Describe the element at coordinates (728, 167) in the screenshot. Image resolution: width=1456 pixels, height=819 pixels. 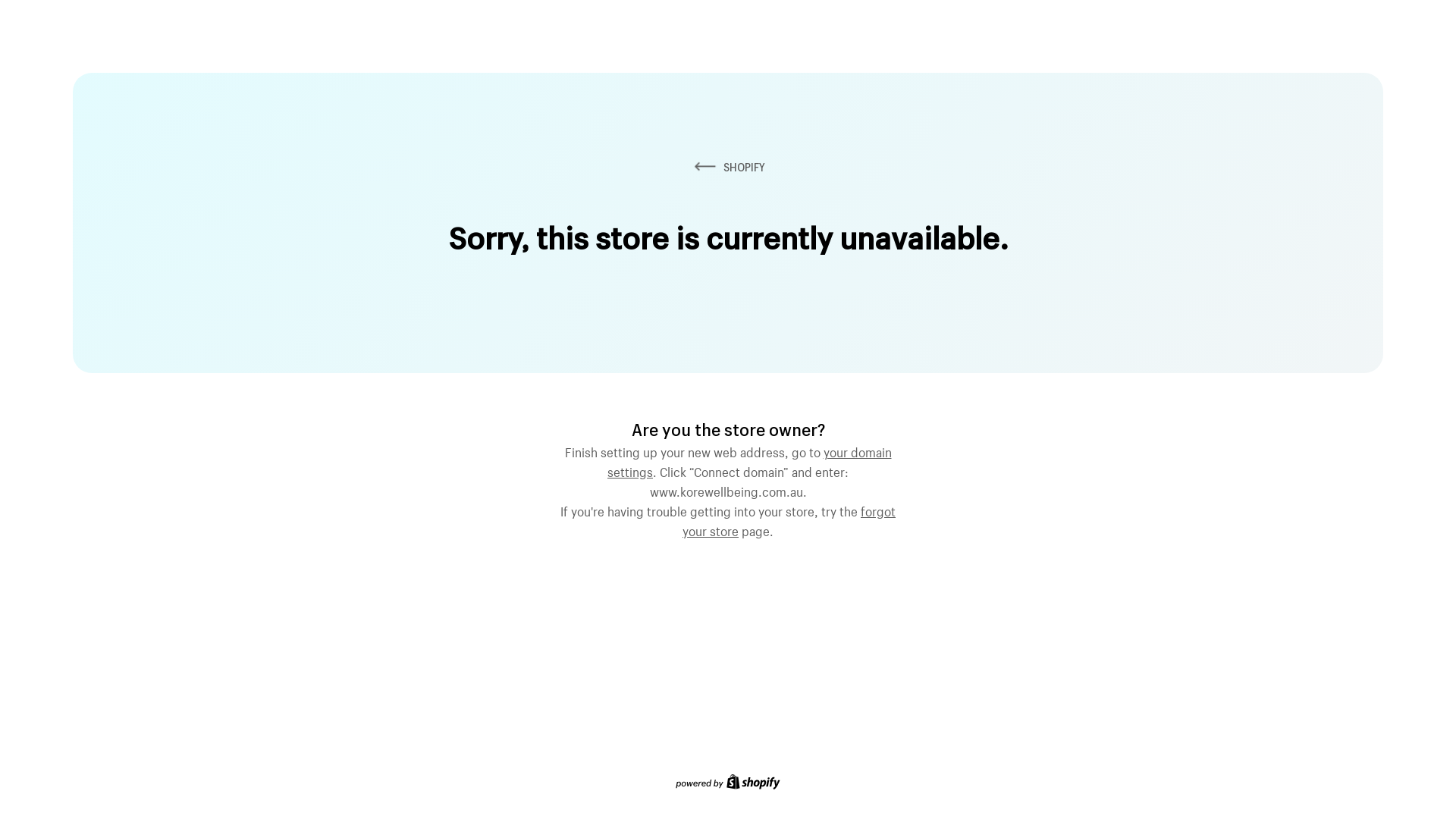
I see `'SHOPIFY'` at that location.